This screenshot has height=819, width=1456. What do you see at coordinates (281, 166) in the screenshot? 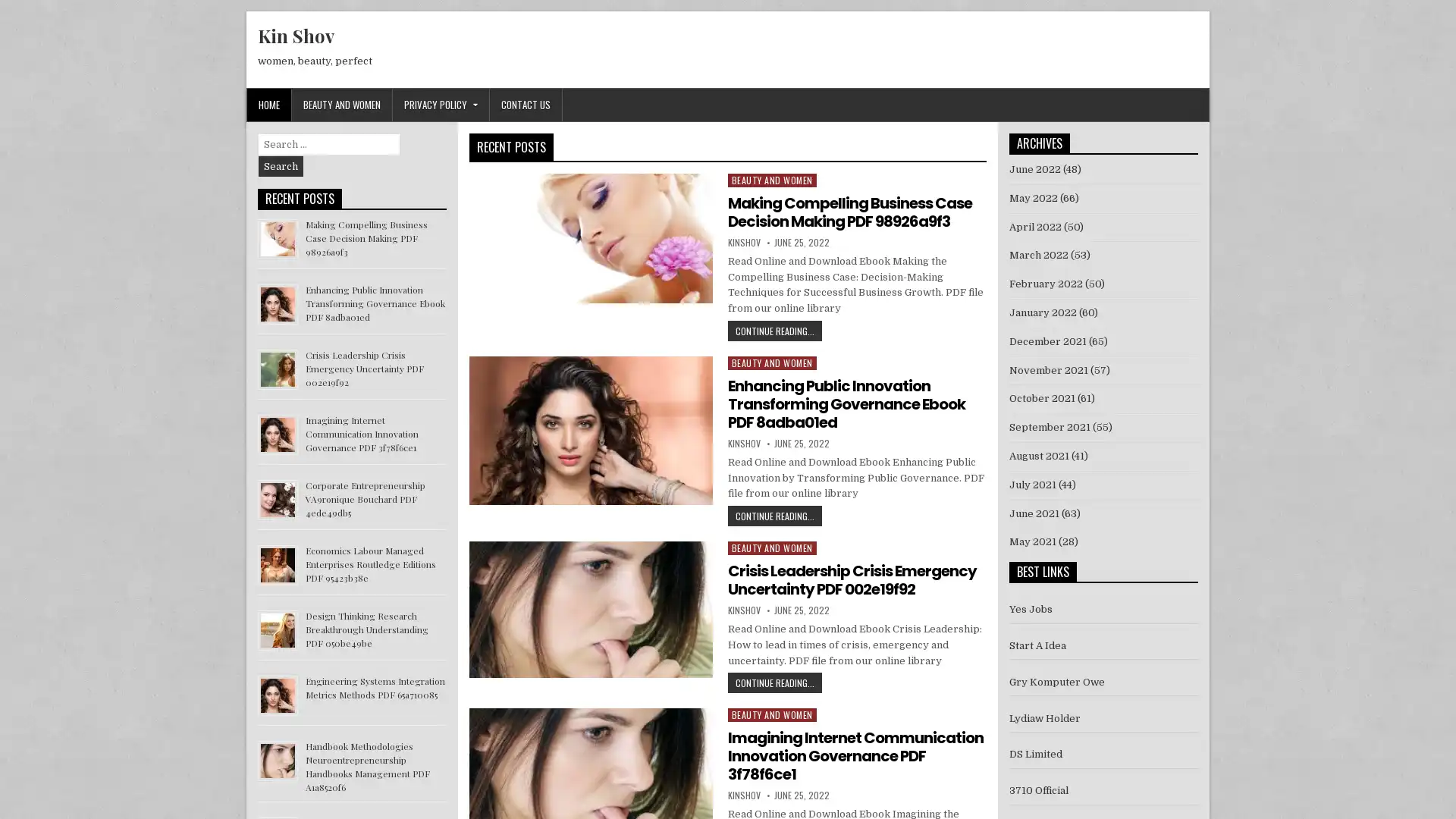
I see `Search` at bounding box center [281, 166].